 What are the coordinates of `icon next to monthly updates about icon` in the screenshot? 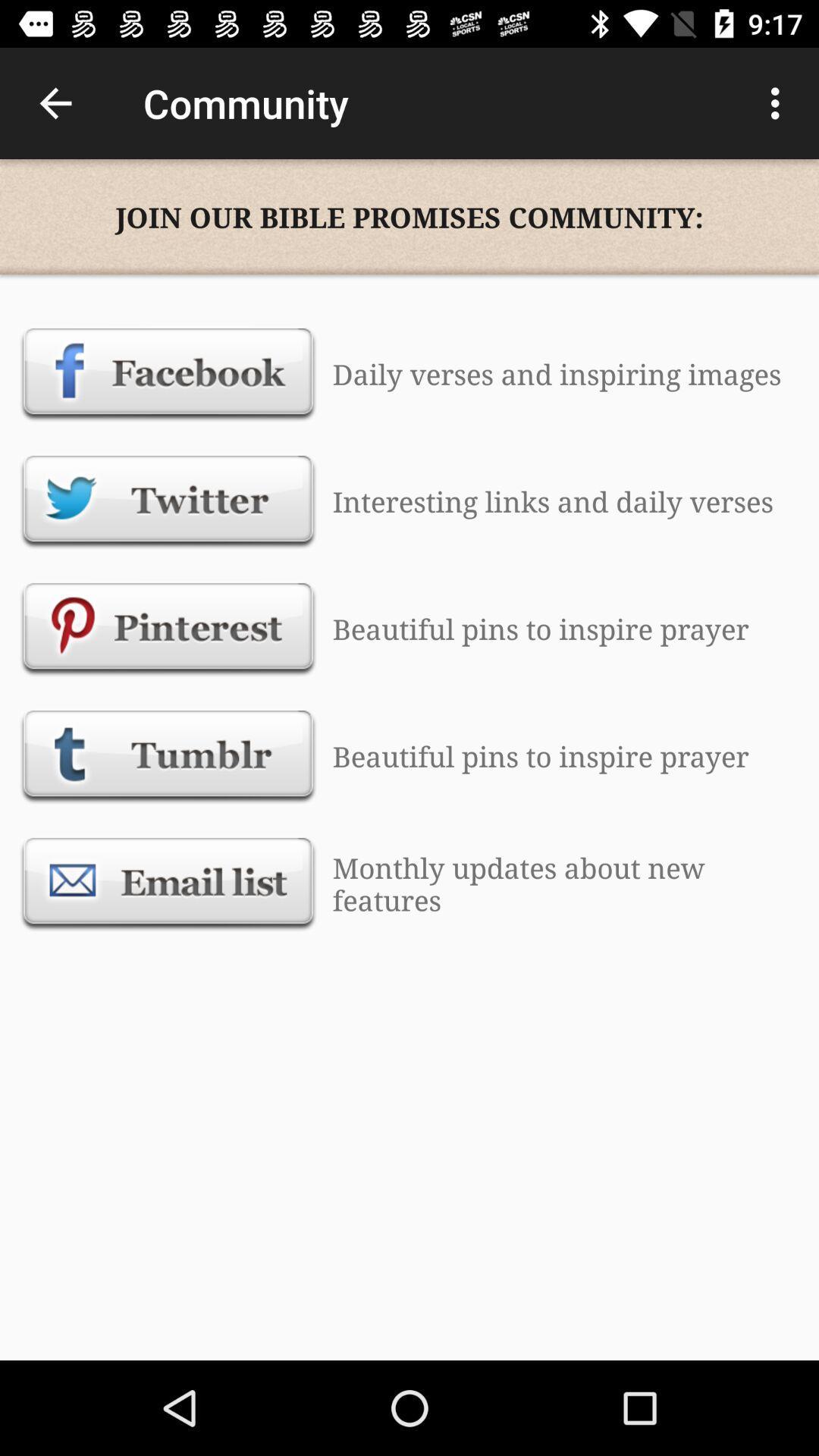 It's located at (168, 883).